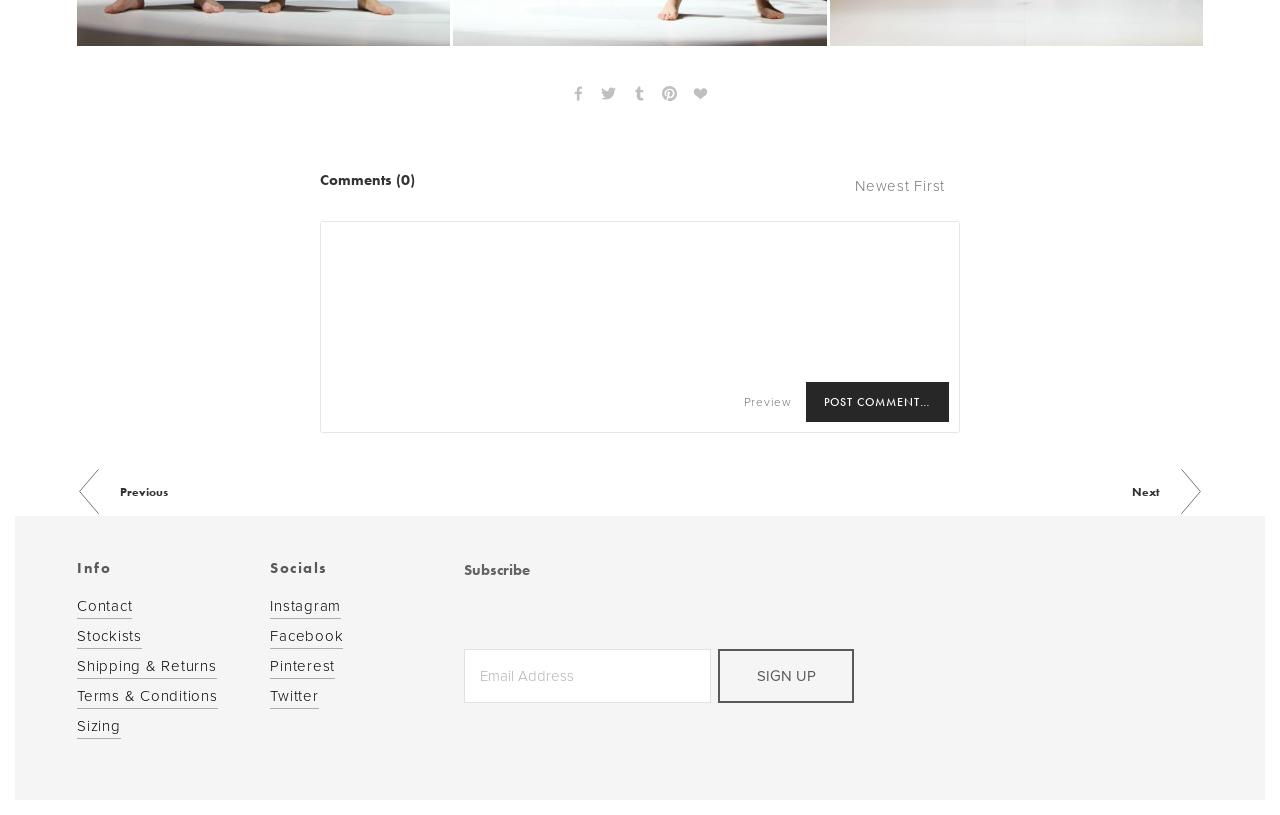 Image resolution: width=1280 pixels, height=815 pixels. Describe the element at coordinates (898, 185) in the screenshot. I see `'Newest First'` at that location.